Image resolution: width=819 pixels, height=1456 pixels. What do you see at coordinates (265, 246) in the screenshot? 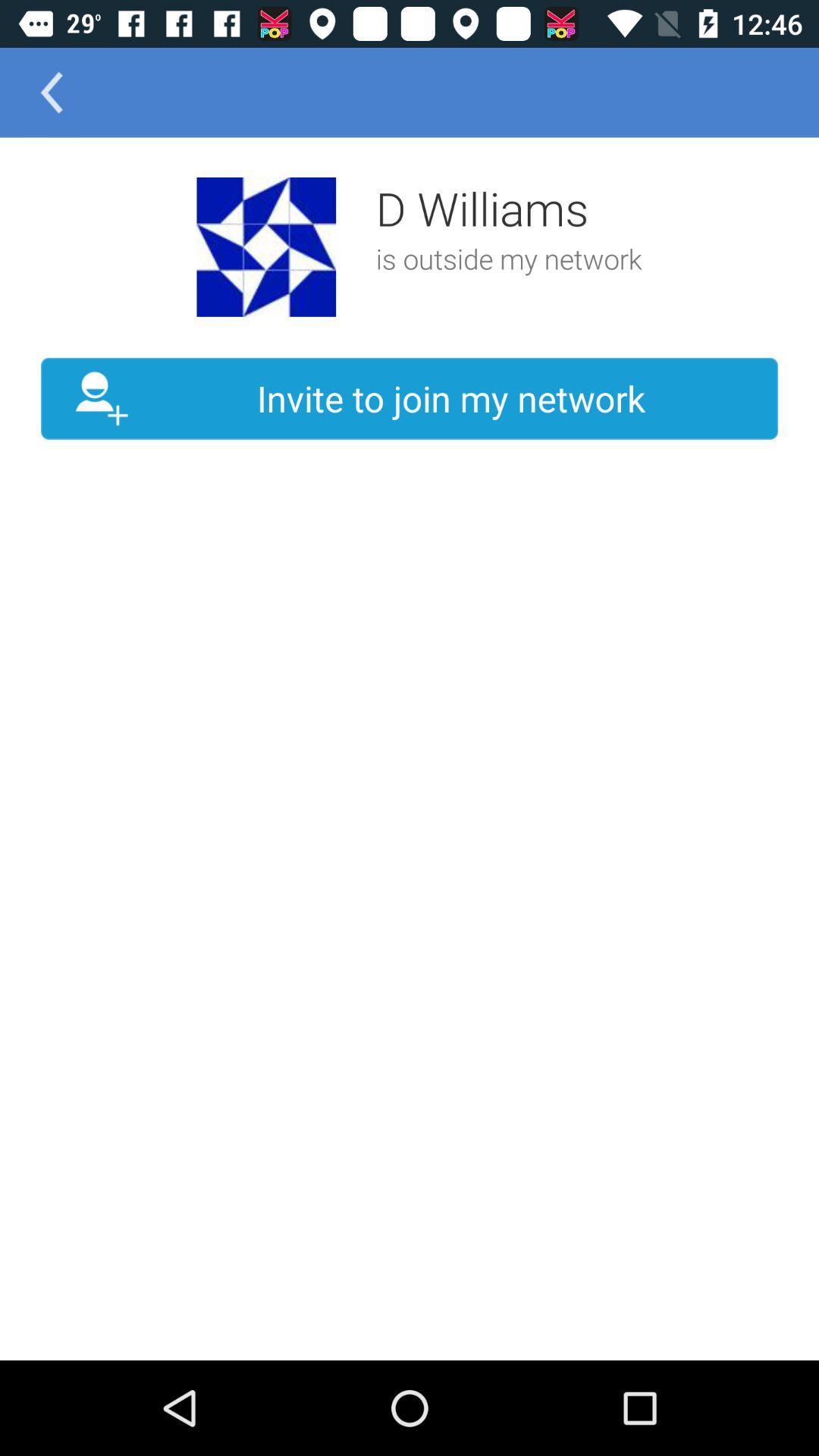
I see `the icon to the left of the d williams icon` at bounding box center [265, 246].